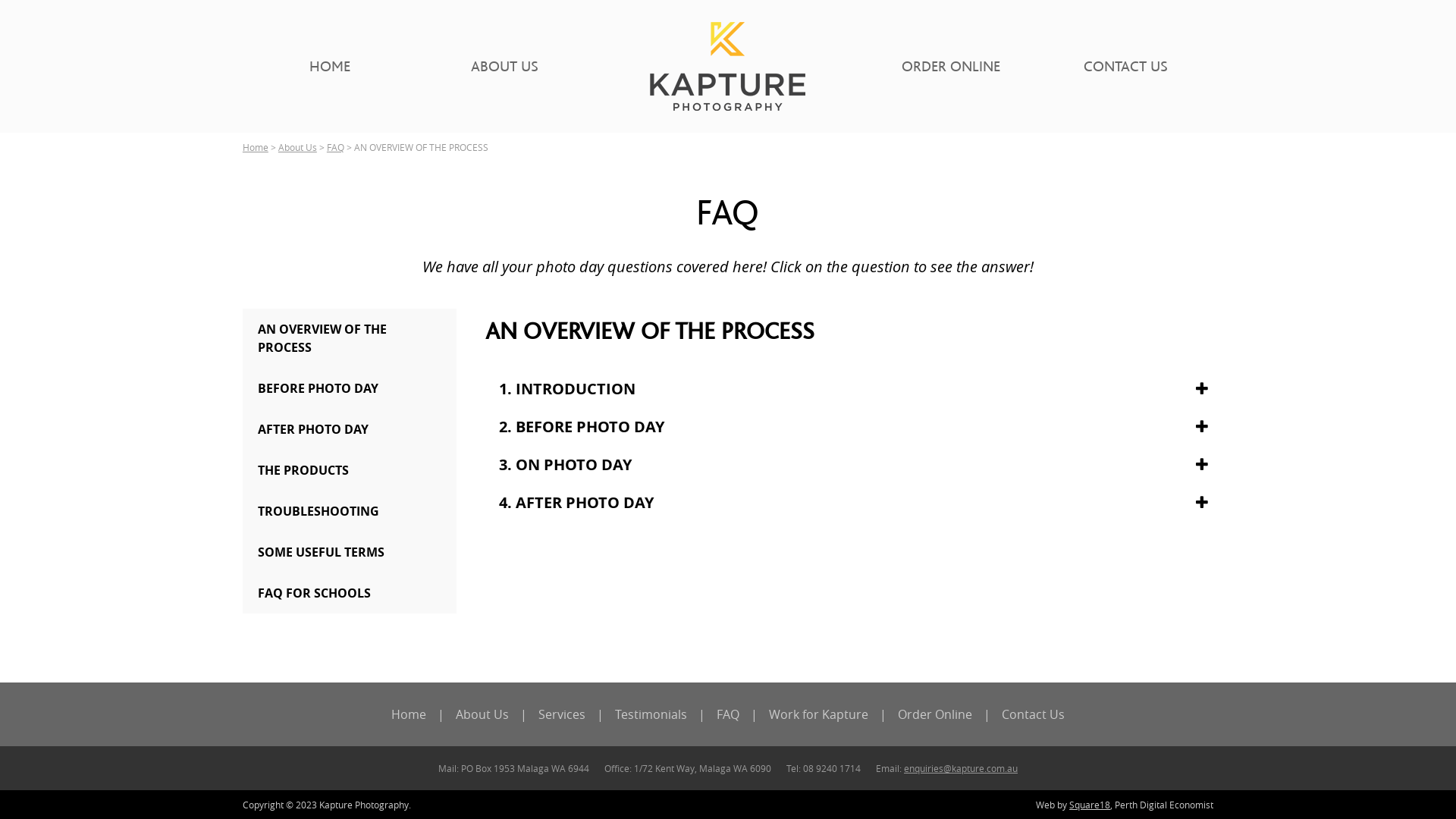 This screenshot has height=819, width=1456. Describe the element at coordinates (278, 146) in the screenshot. I see `'About Us'` at that location.